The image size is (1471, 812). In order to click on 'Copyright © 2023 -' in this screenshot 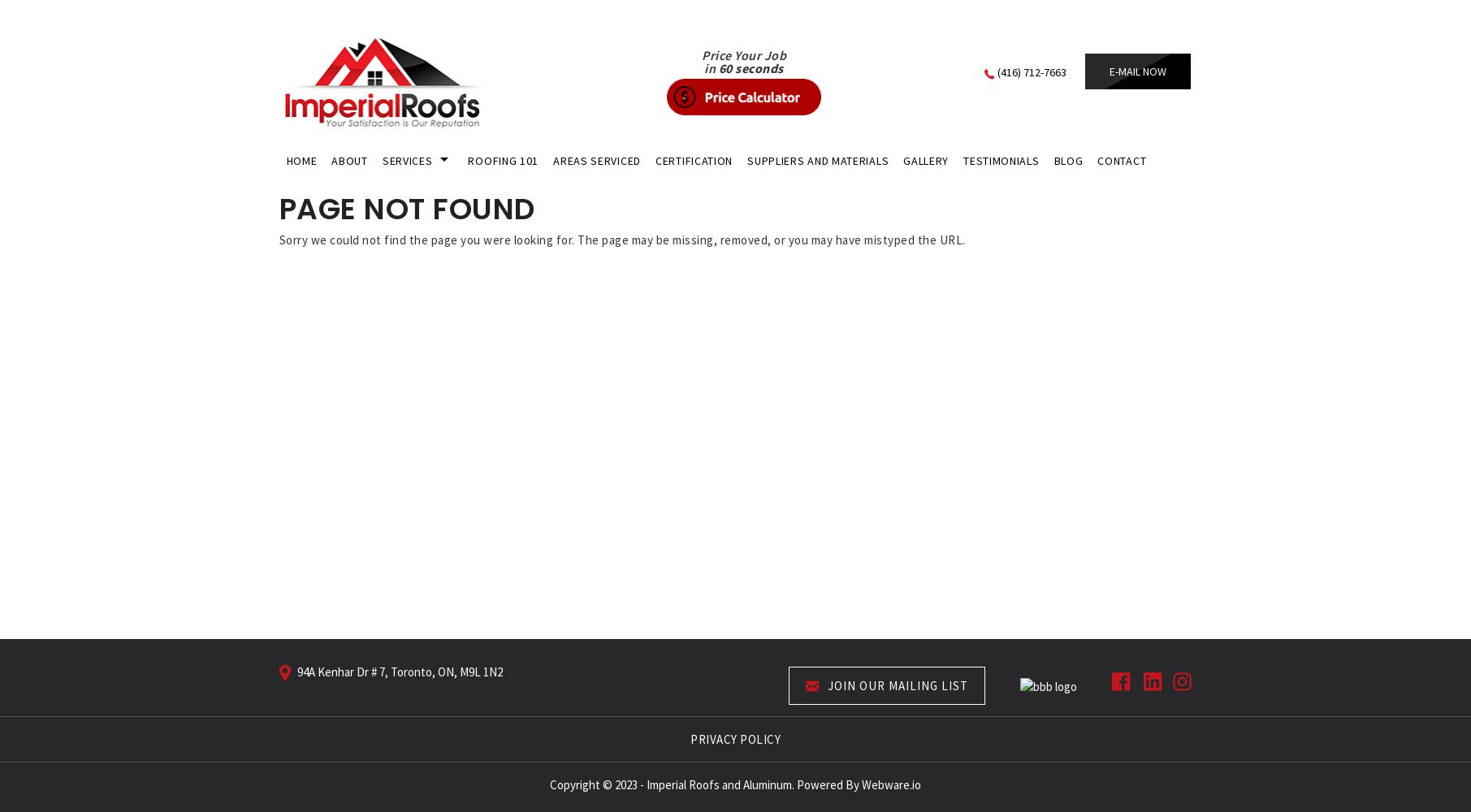, I will do `click(597, 783)`.